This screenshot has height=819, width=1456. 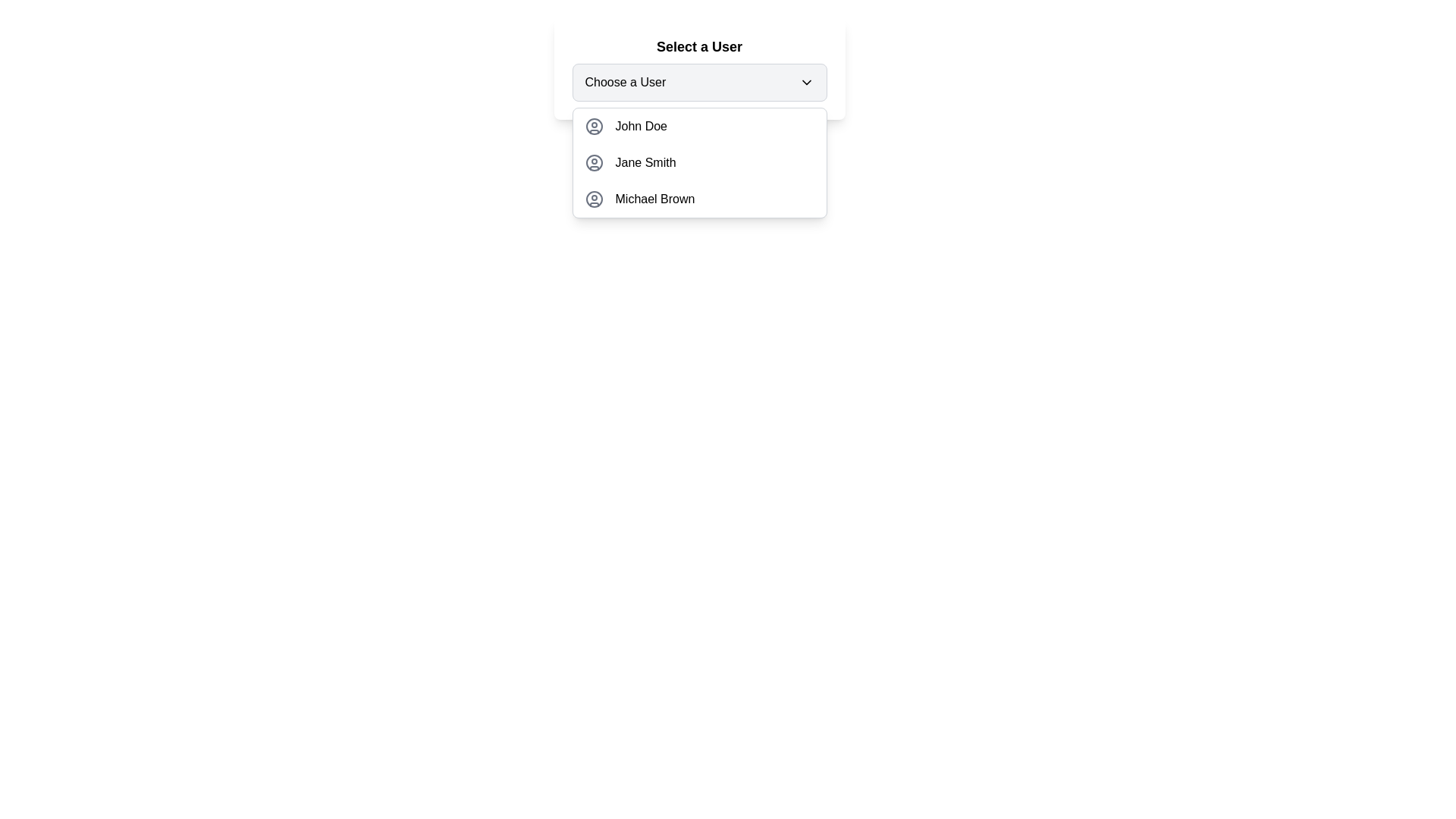 What do you see at coordinates (641, 125) in the screenshot?
I see `the text label displaying 'John Doe'` at bounding box center [641, 125].